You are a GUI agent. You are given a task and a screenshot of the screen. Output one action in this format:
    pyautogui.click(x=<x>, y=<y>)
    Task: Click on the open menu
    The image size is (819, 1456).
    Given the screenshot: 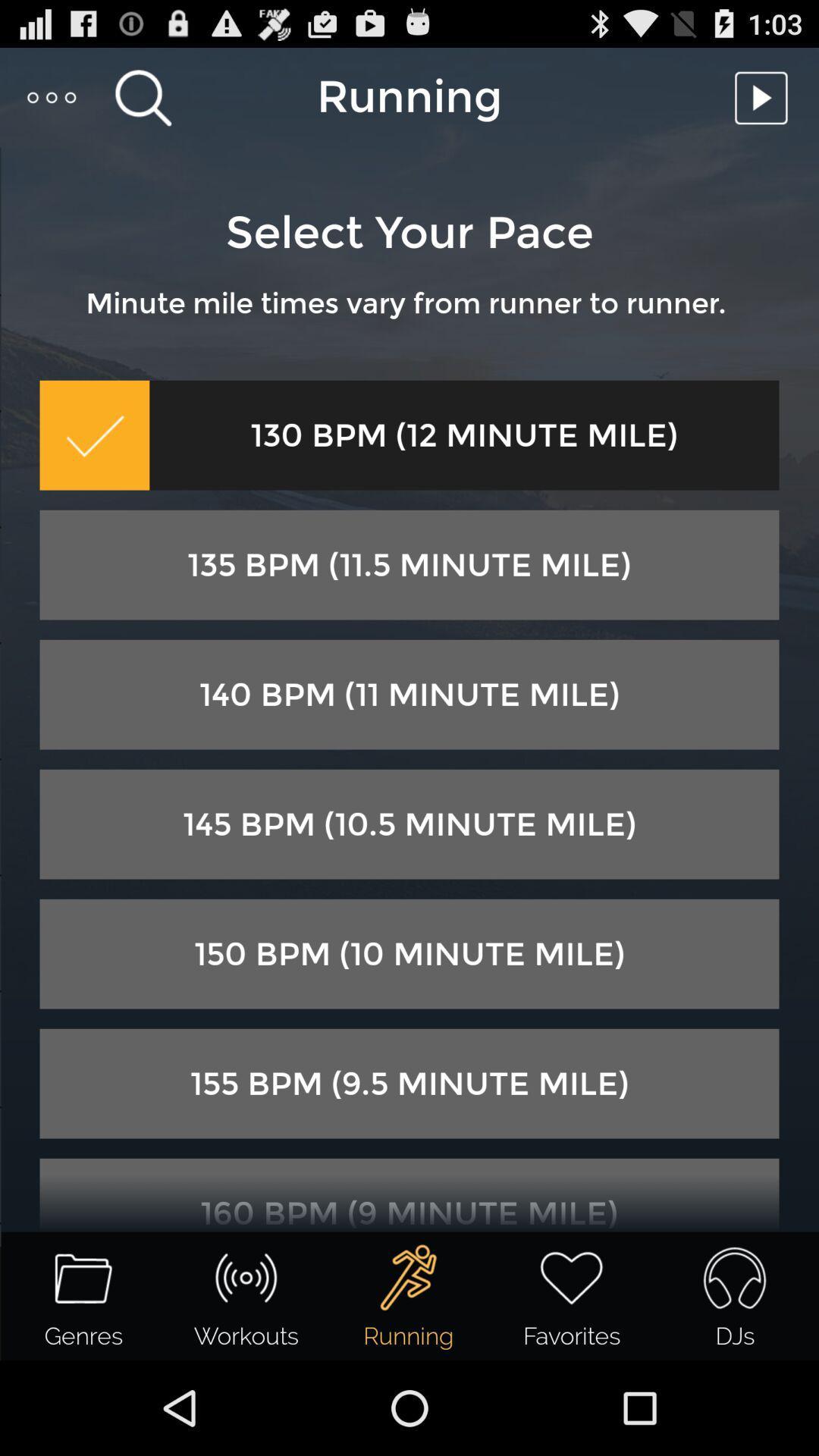 What is the action you would take?
    pyautogui.click(x=52, y=96)
    